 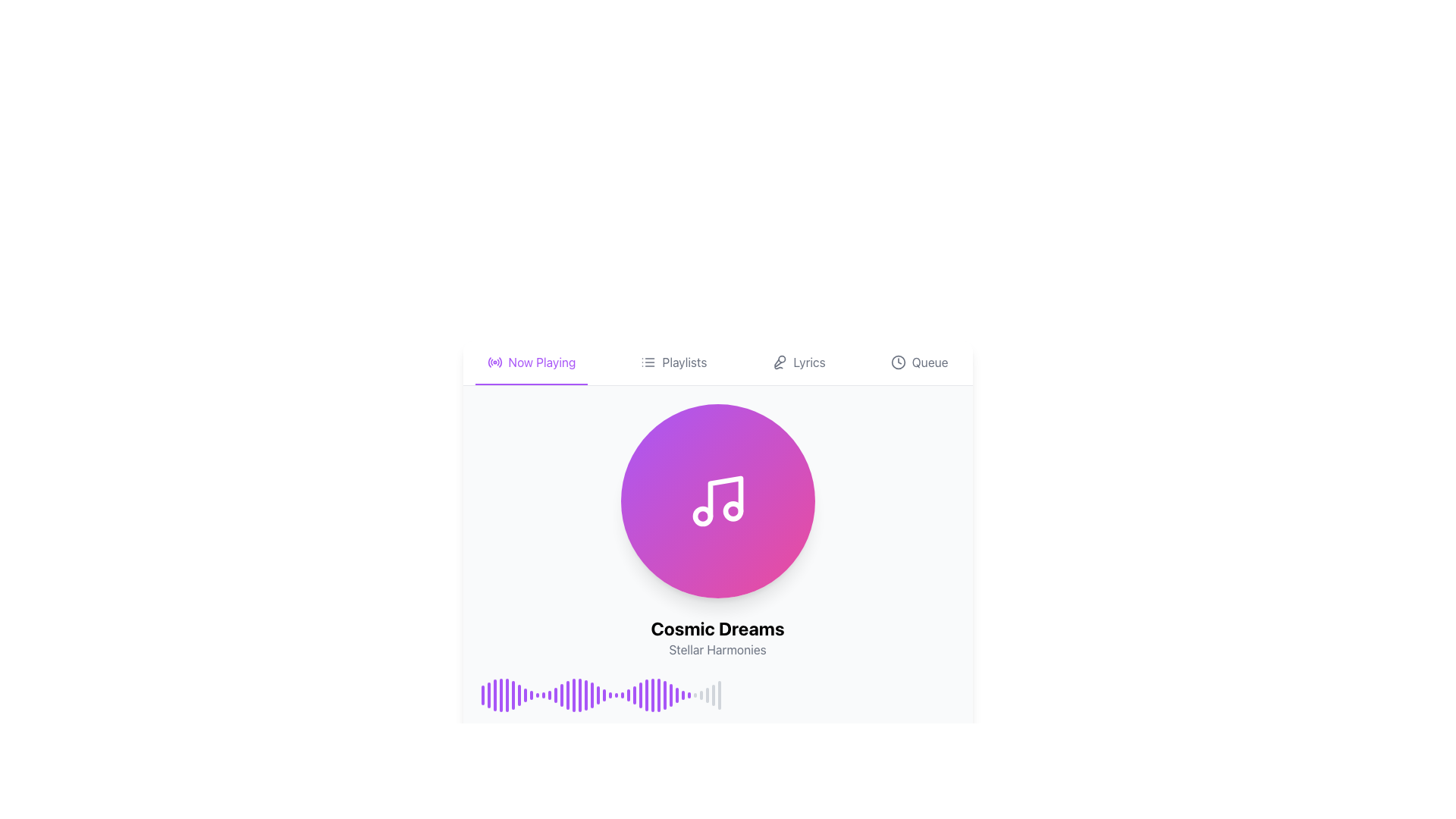 I want to click on the circular gradient background element featuring a white music note icon, so click(x=717, y=500).